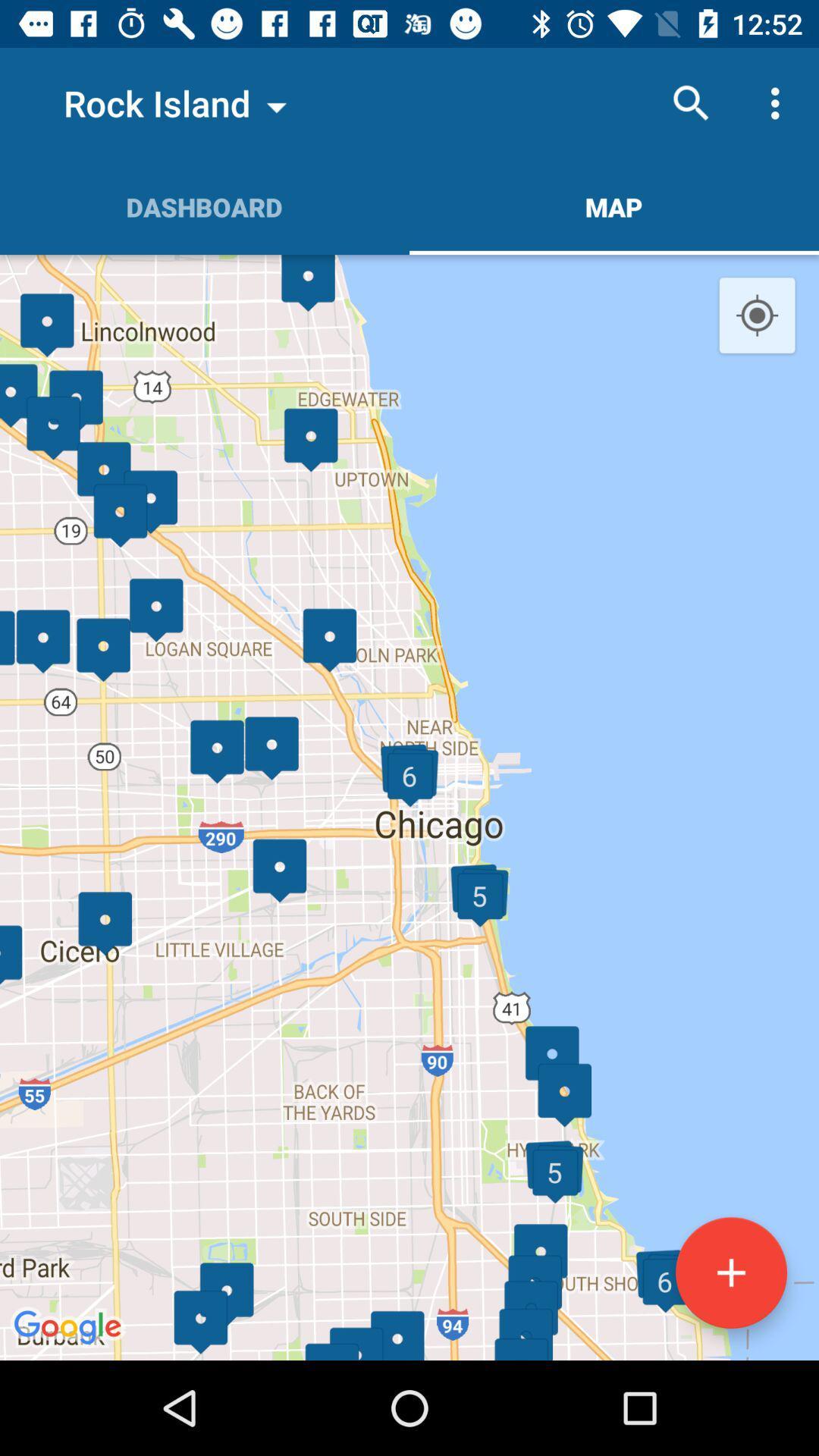  What do you see at coordinates (730, 1272) in the screenshot?
I see `the icon at the bottom right corner` at bounding box center [730, 1272].